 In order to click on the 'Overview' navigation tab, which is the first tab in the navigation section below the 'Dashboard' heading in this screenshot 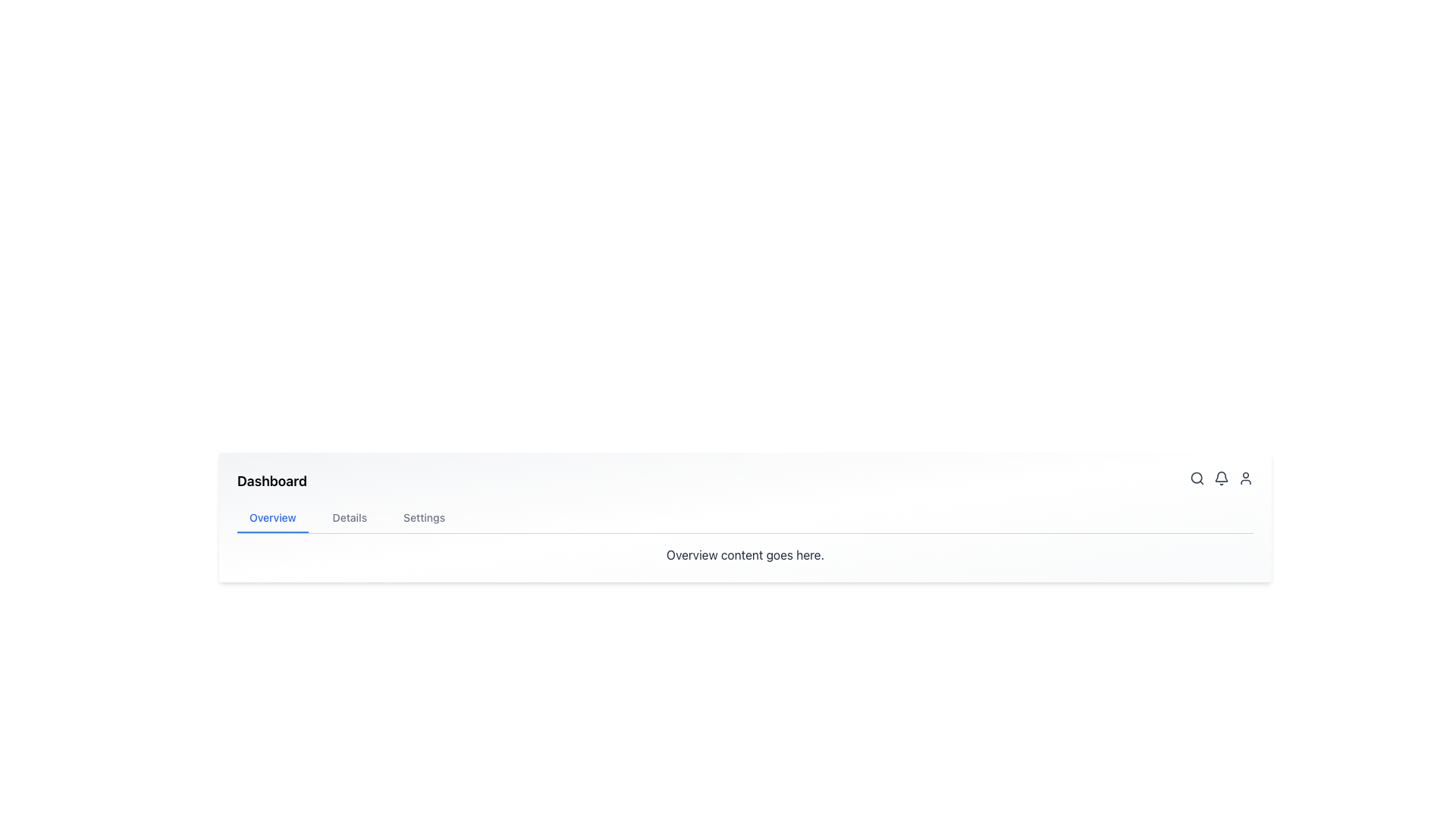, I will do `click(272, 517)`.